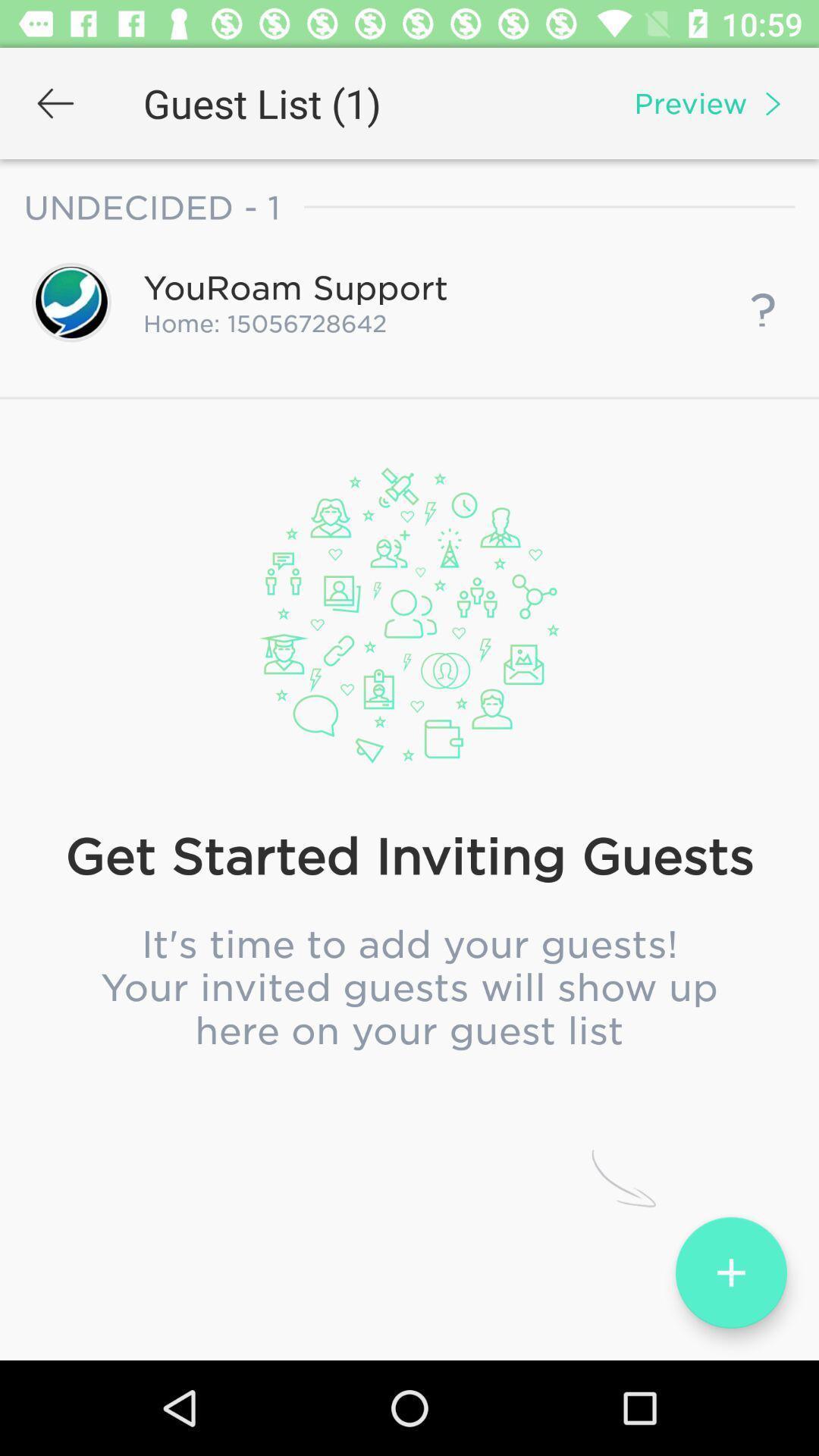 This screenshot has height=1456, width=819. Describe the element at coordinates (763, 302) in the screenshot. I see `icon next to home: 15056728642` at that location.